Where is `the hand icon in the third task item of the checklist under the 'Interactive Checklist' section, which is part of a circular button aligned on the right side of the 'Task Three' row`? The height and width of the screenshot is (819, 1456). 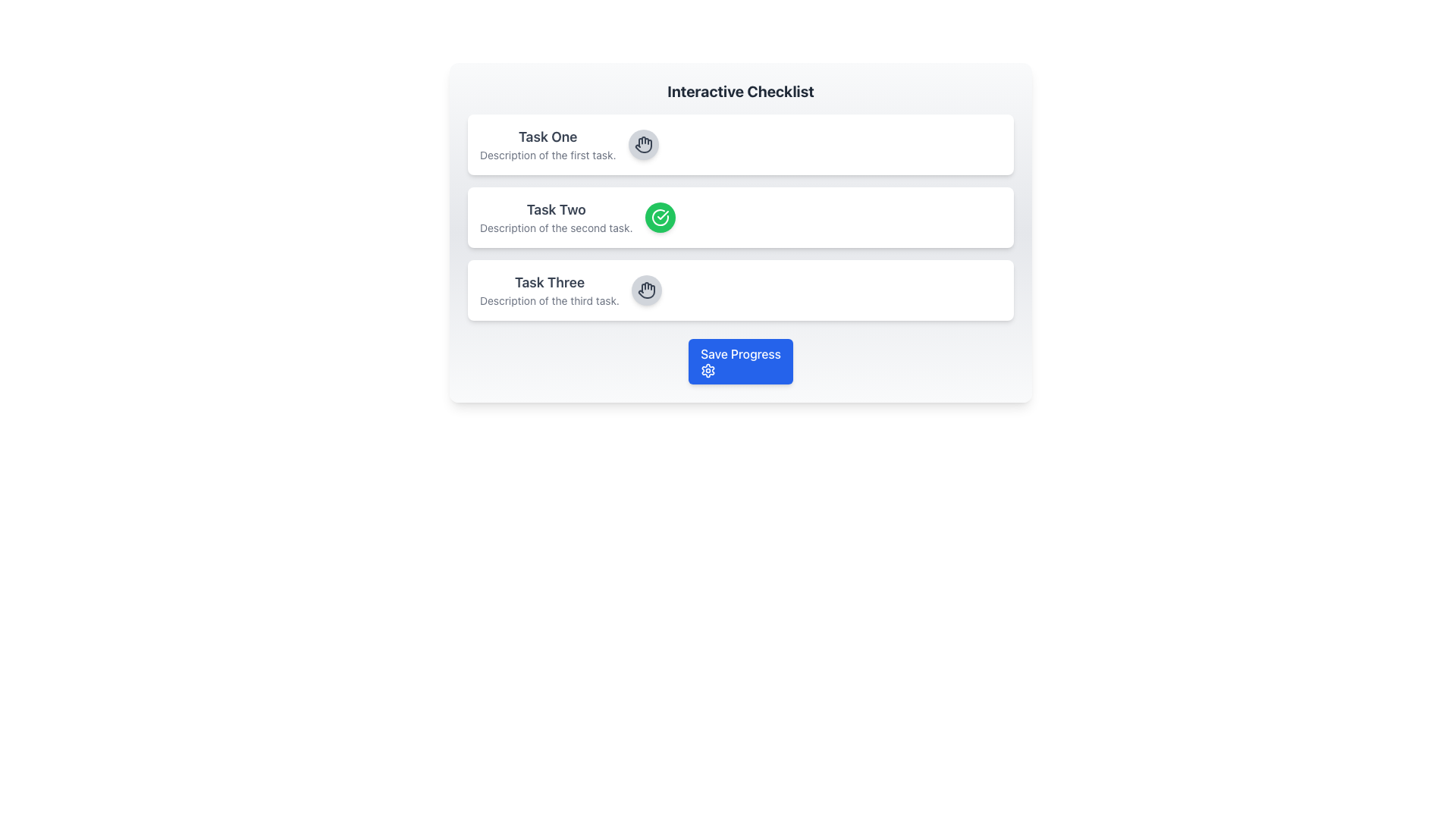
the hand icon in the third task item of the checklist under the 'Interactive Checklist' section, which is part of a circular button aligned on the right side of the 'Task Three' row is located at coordinates (643, 145).